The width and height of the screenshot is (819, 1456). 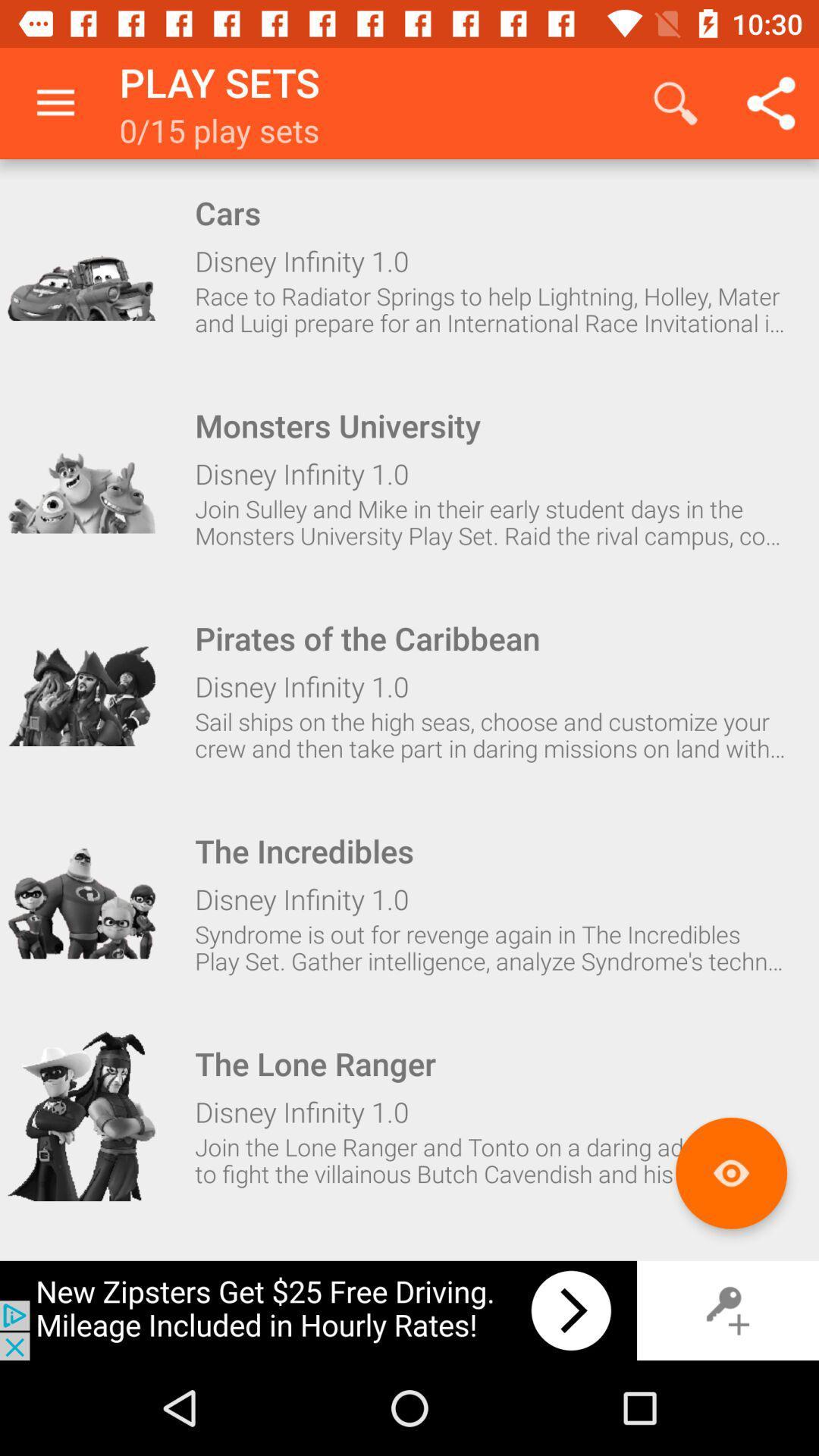 What do you see at coordinates (318, 1310) in the screenshot?
I see `open advertisement` at bounding box center [318, 1310].